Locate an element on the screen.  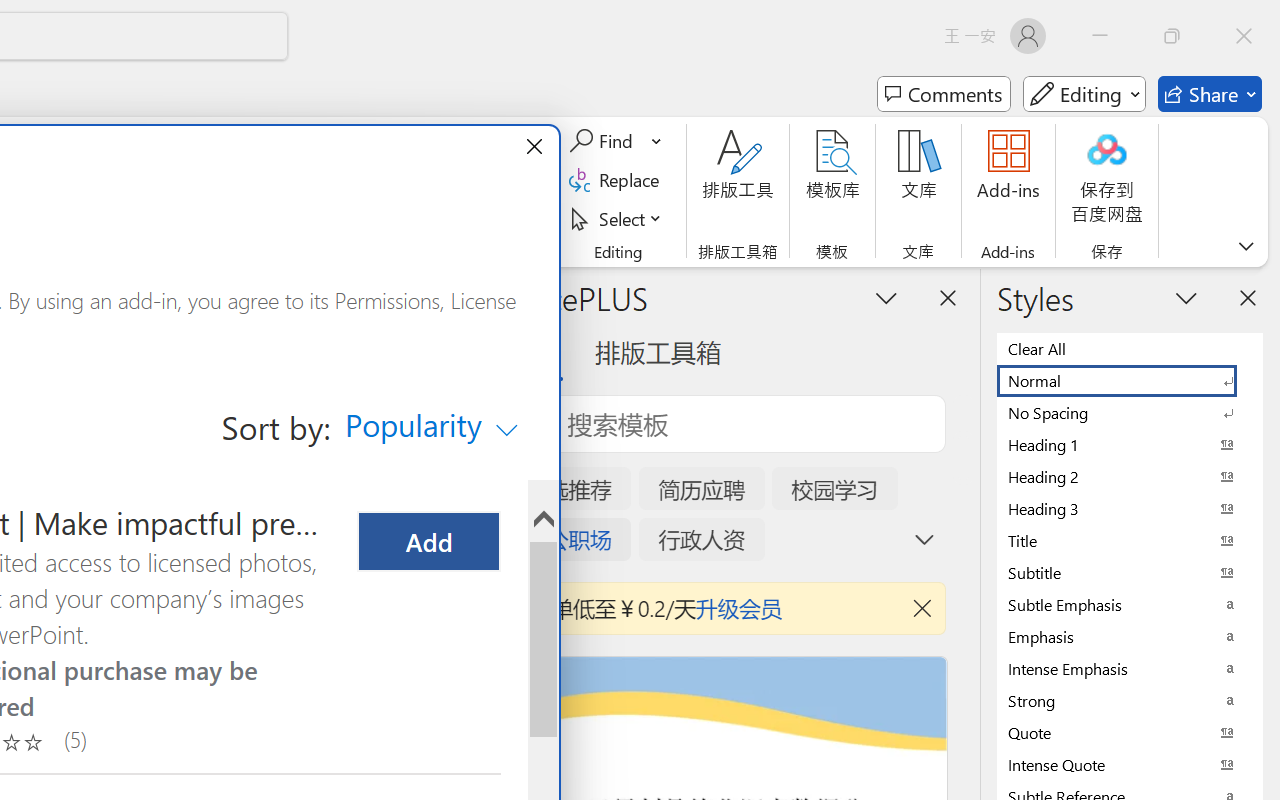
'Mode' is located at coordinates (1083, 94).